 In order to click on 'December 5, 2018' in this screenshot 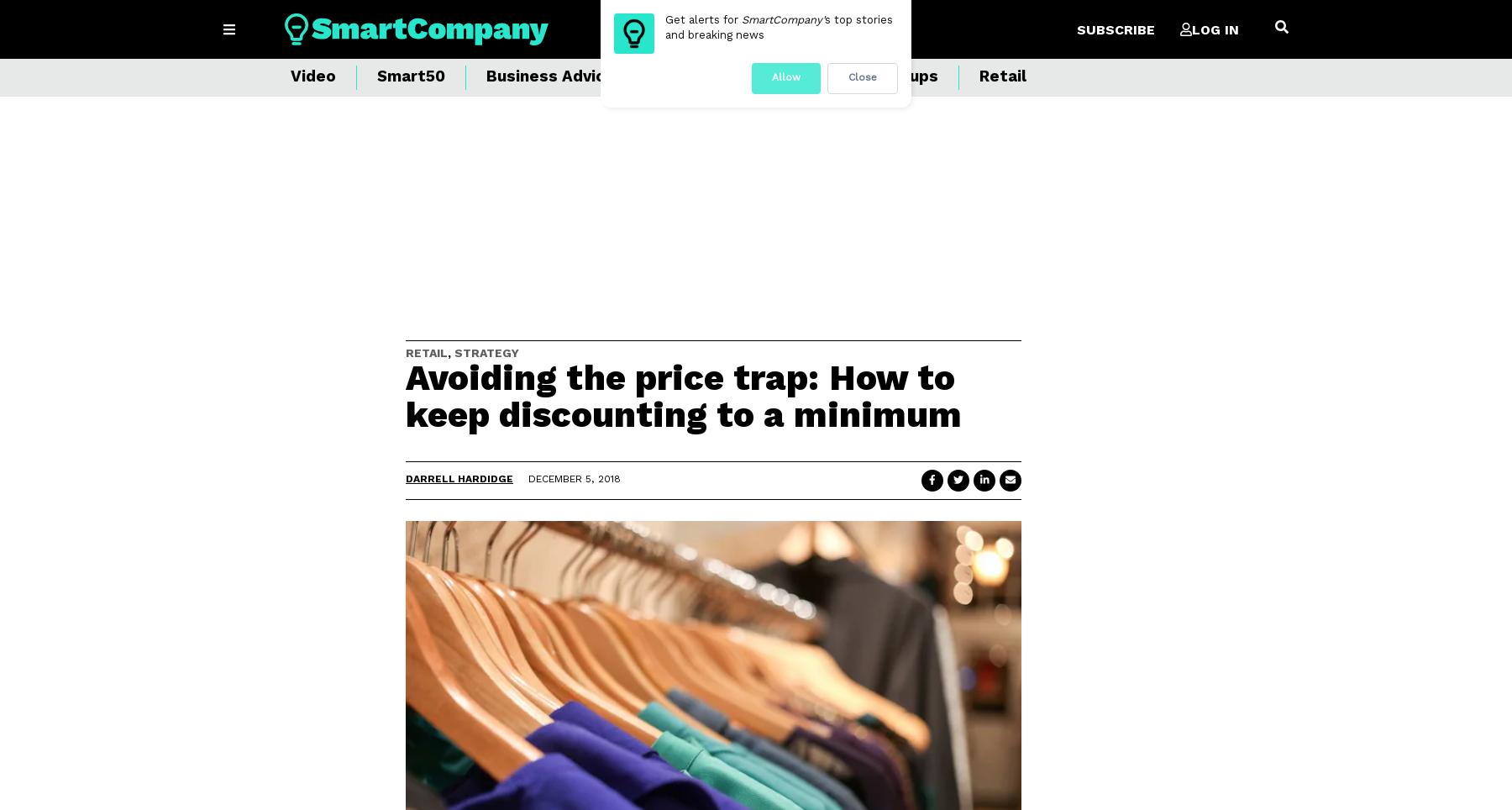, I will do `click(574, 478)`.